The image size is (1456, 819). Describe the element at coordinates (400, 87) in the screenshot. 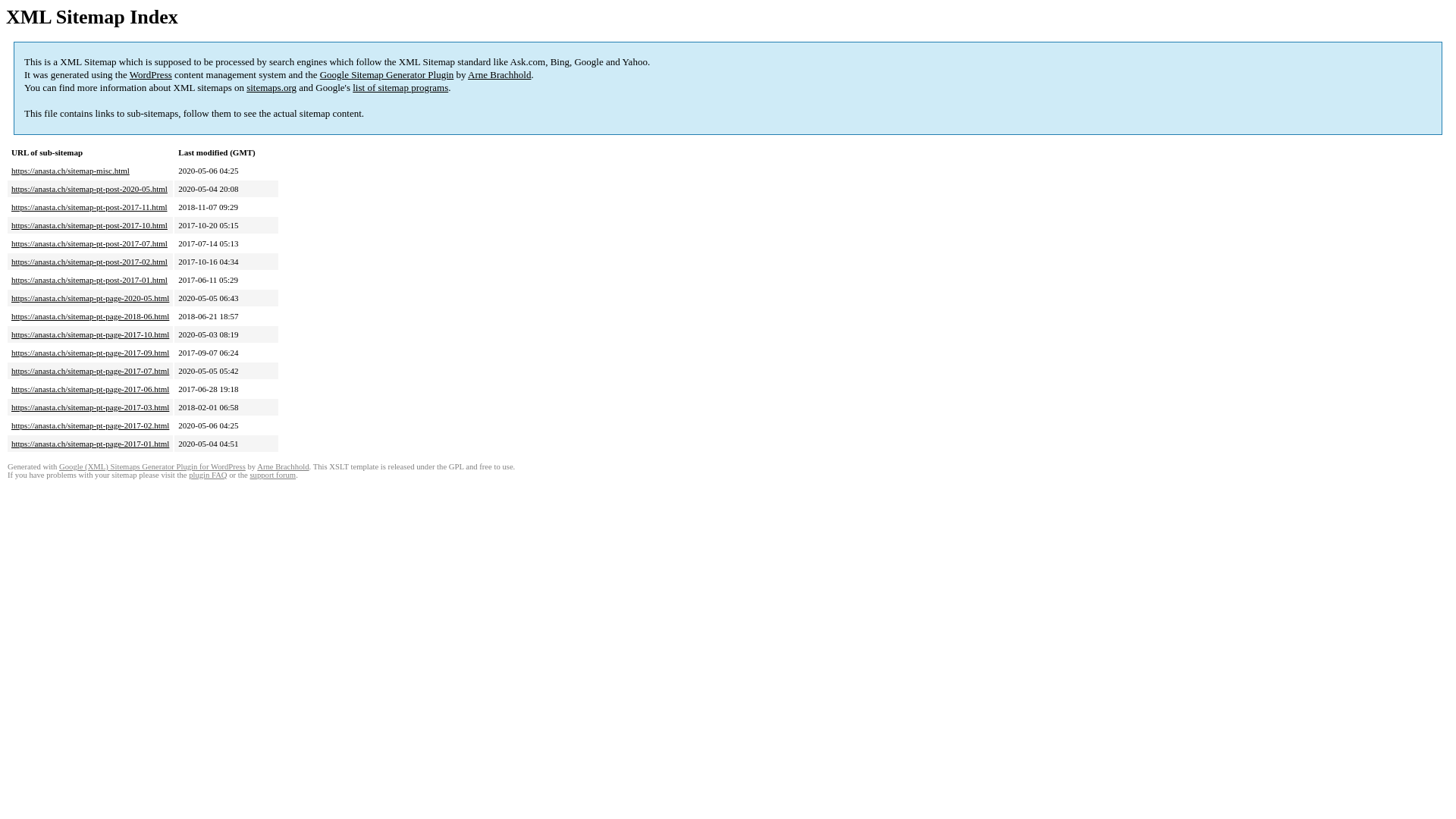

I see `'list of sitemap programs'` at that location.